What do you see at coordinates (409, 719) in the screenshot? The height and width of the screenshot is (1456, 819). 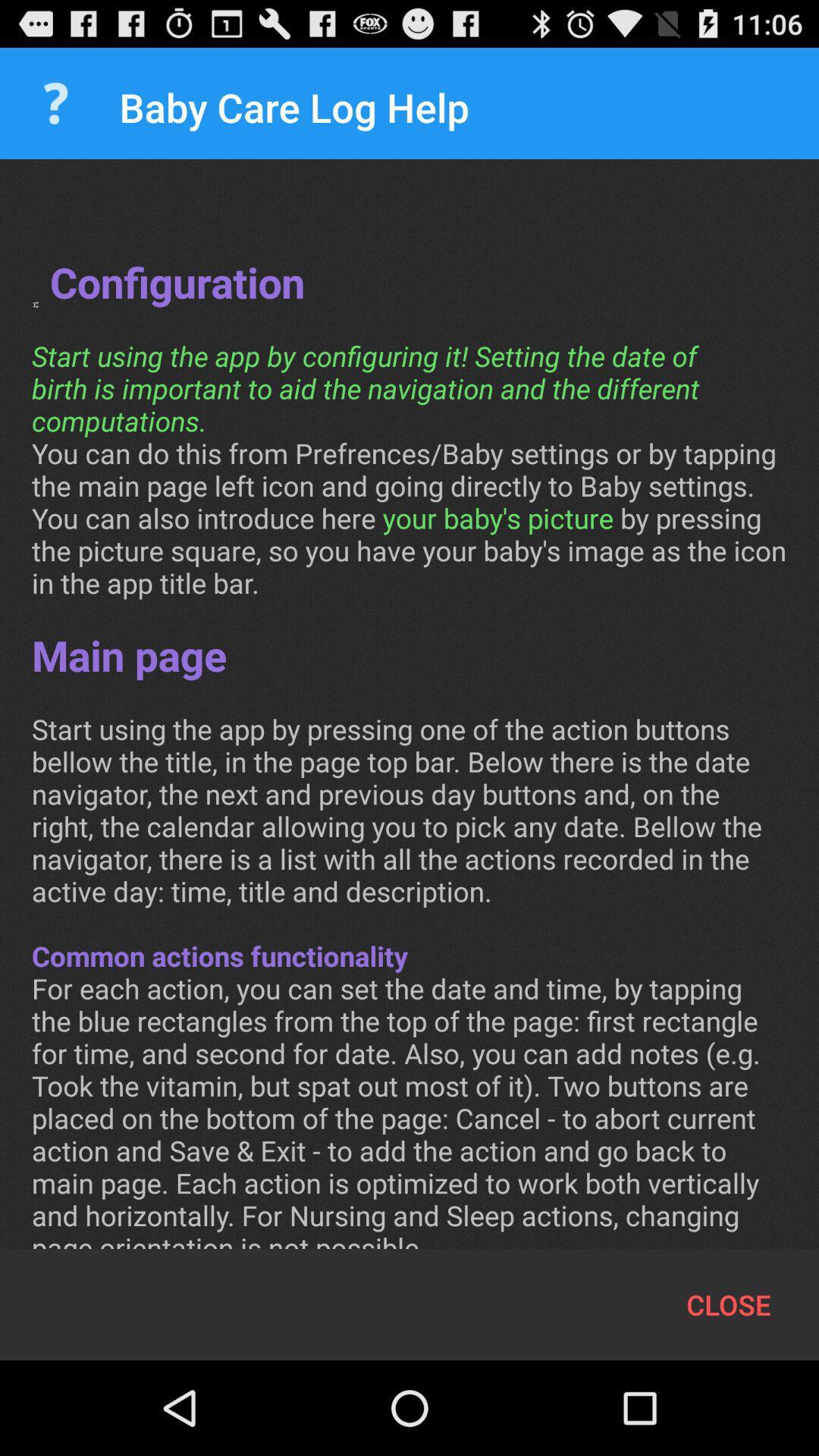 I see `the icon above close` at bounding box center [409, 719].